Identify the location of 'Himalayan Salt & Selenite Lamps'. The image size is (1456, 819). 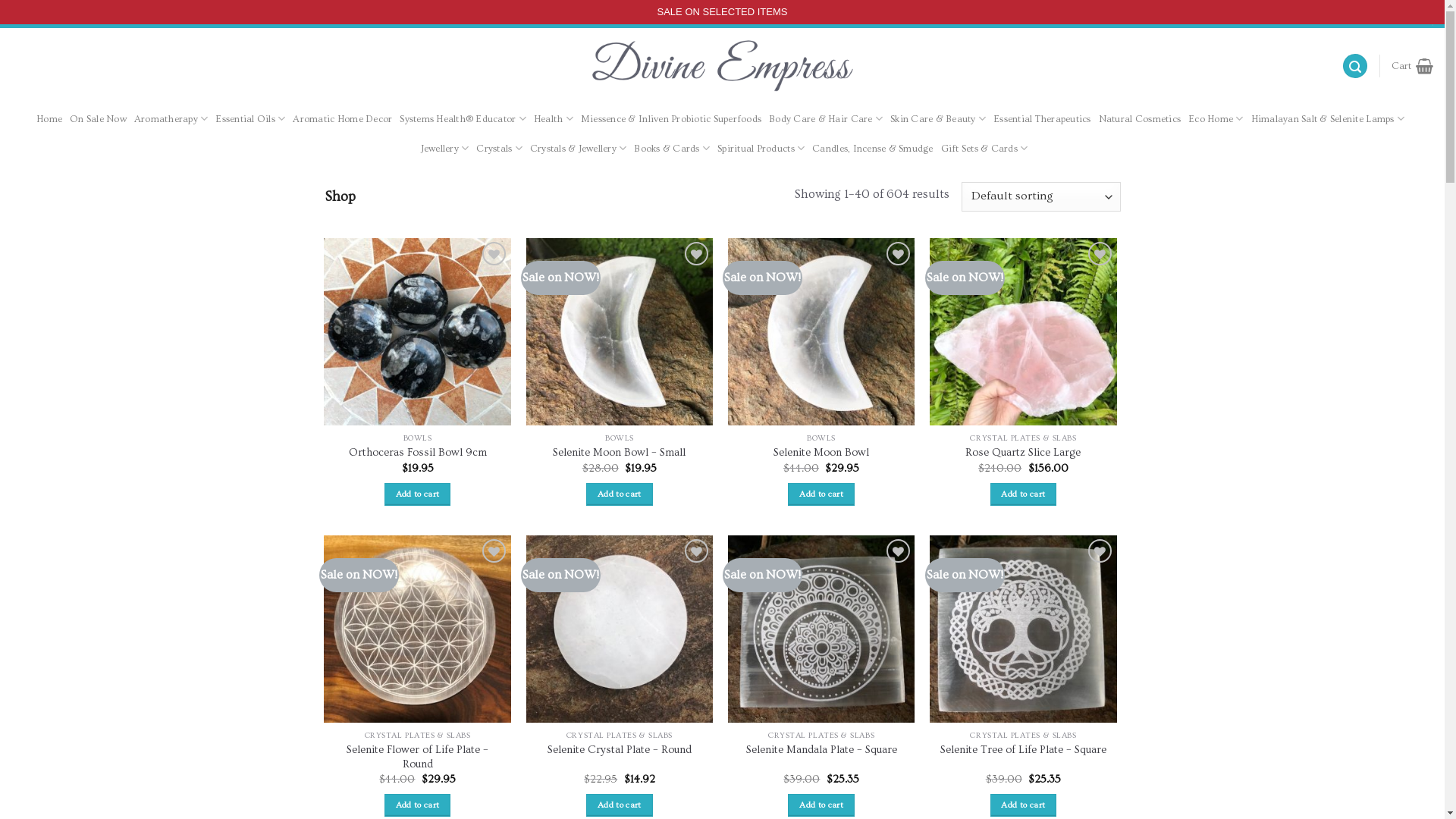
(1327, 118).